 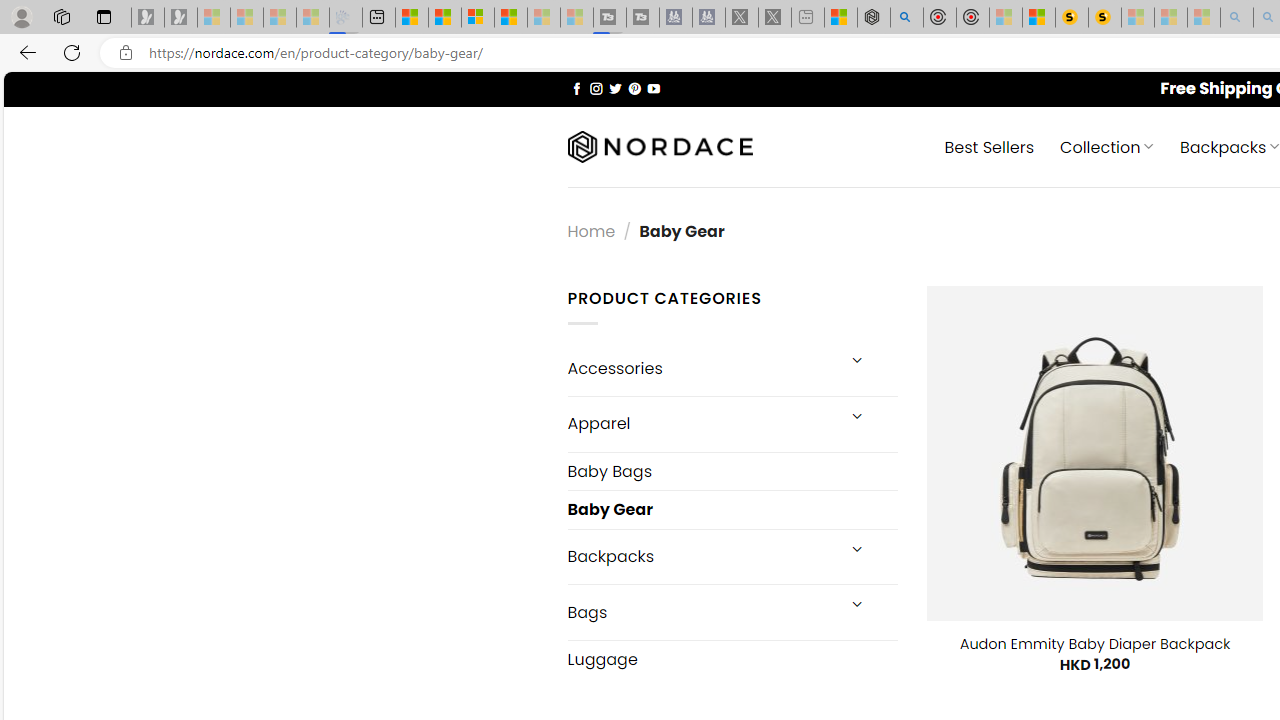 What do you see at coordinates (990, 145) in the screenshot?
I see `' Best Sellers'` at bounding box center [990, 145].